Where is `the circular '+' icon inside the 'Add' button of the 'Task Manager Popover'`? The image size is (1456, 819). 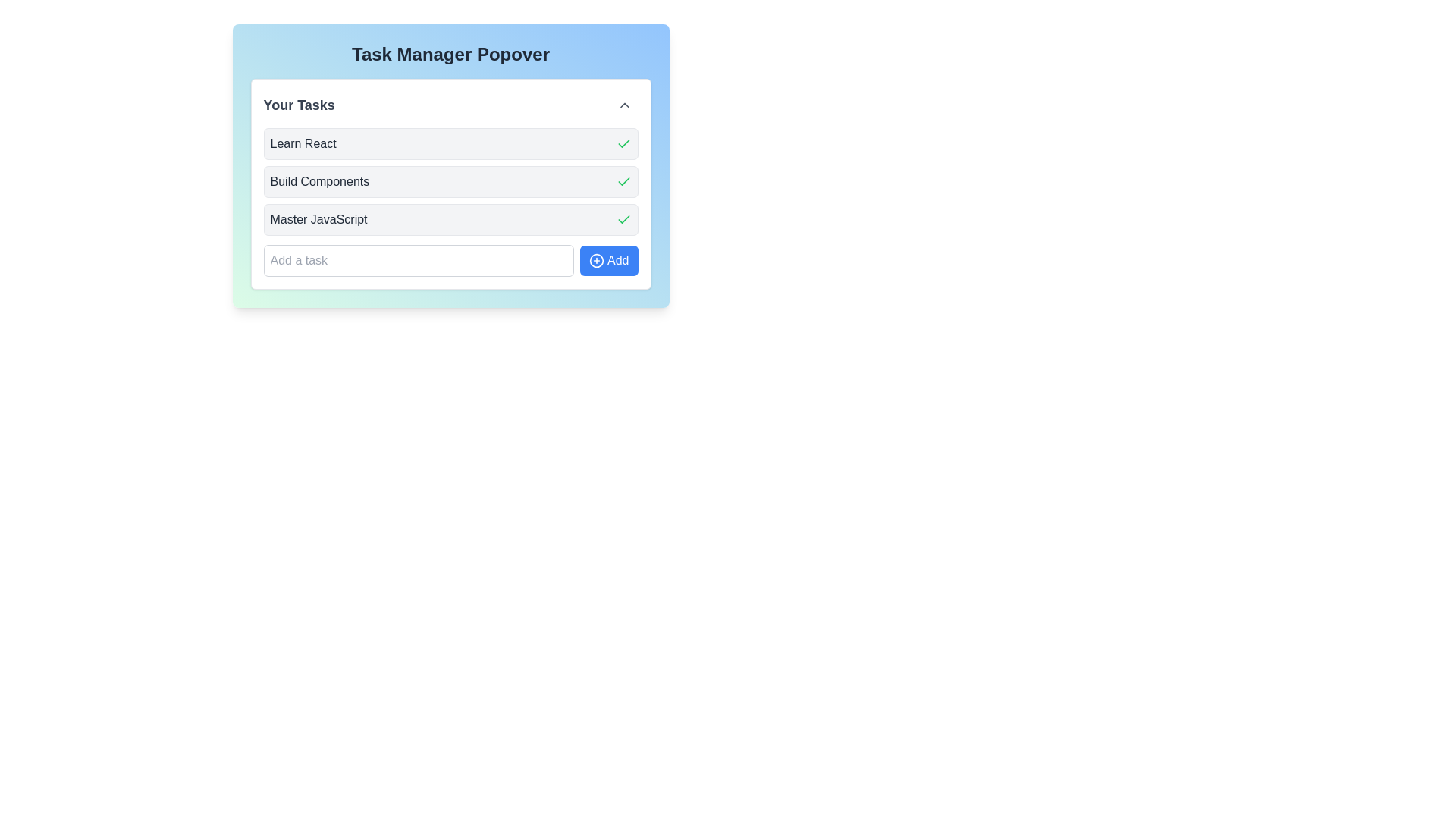 the circular '+' icon inside the 'Add' button of the 'Task Manager Popover' is located at coordinates (596, 259).